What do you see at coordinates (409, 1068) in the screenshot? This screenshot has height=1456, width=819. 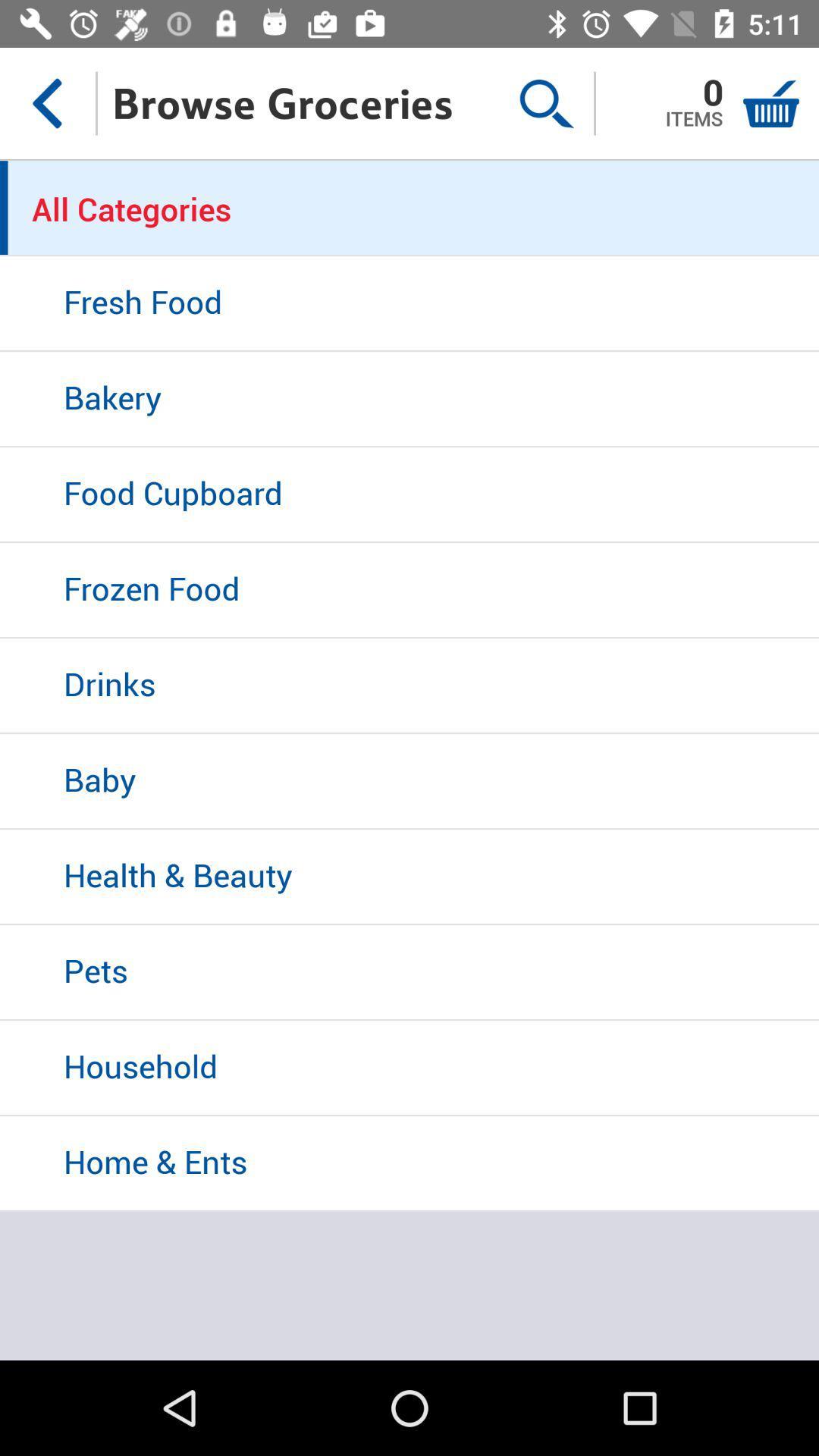 I see `household` at bounding box center [409, 1068].